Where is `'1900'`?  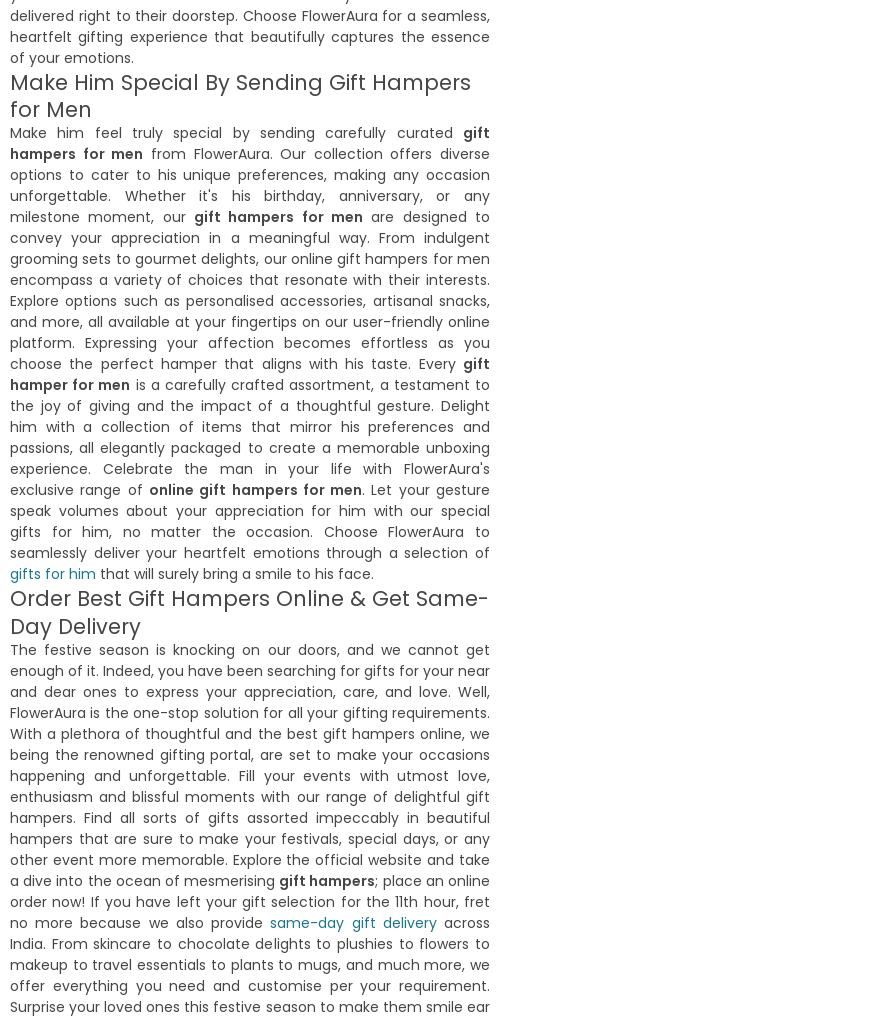
'1900' is located at coordinates (29, 837).